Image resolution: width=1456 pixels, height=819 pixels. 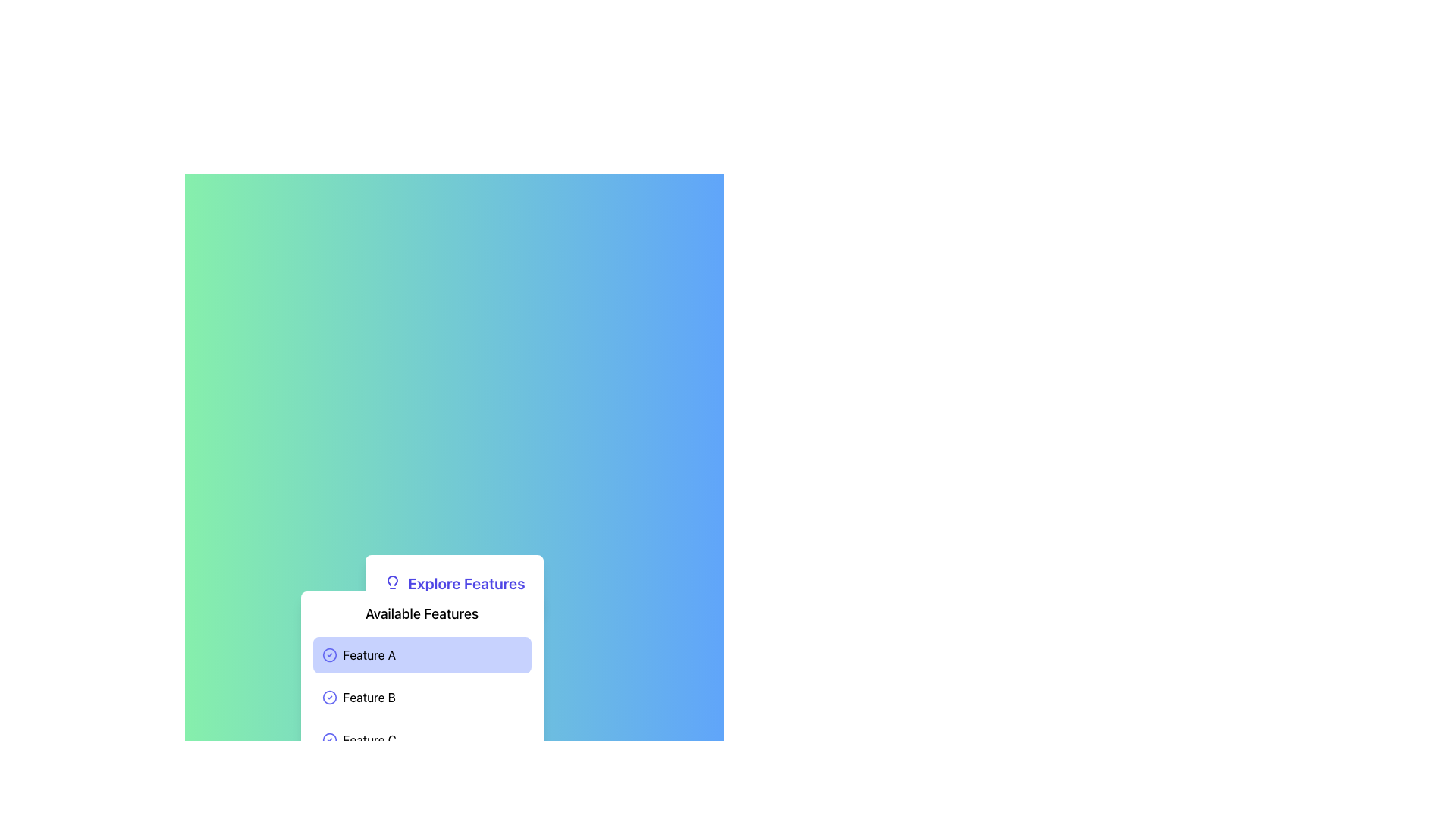 I want to click on the second list item labeled 'Feature B' in the menu, so click(x=422, y=698).